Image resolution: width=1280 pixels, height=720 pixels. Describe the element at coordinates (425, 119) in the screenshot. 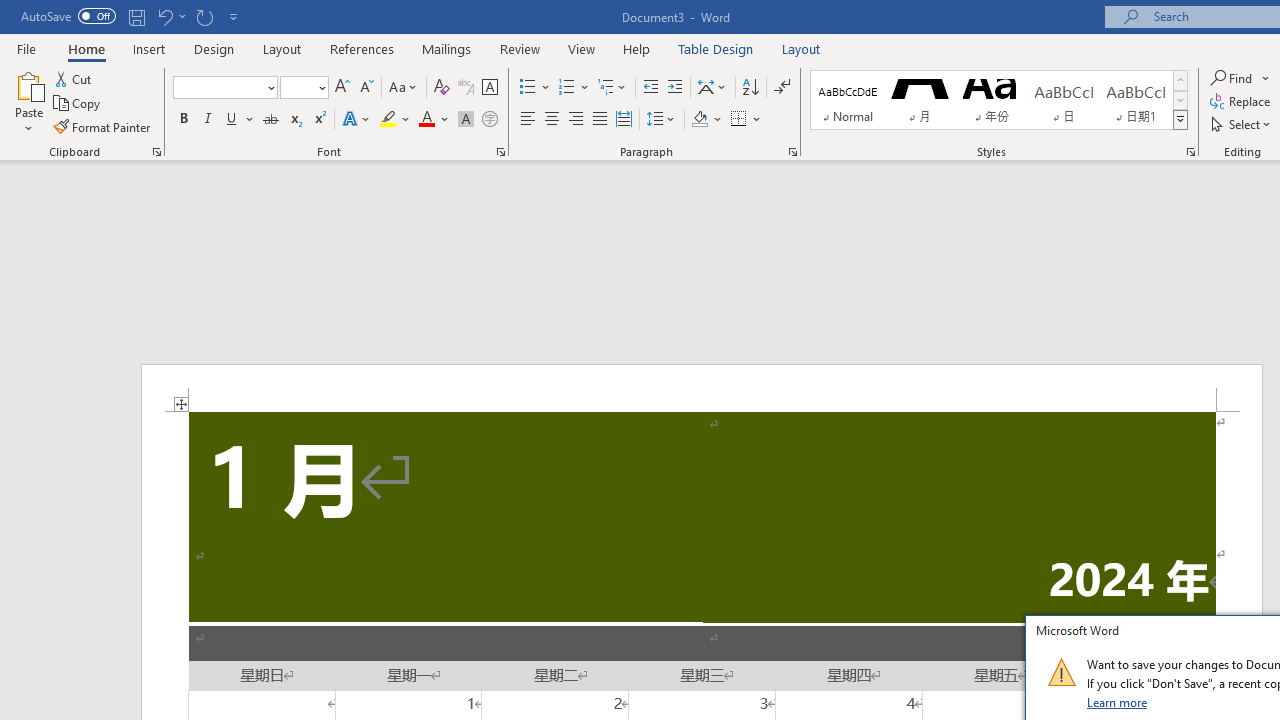

I see `'Font Color RGB(255, 0, 0)'` at that location.